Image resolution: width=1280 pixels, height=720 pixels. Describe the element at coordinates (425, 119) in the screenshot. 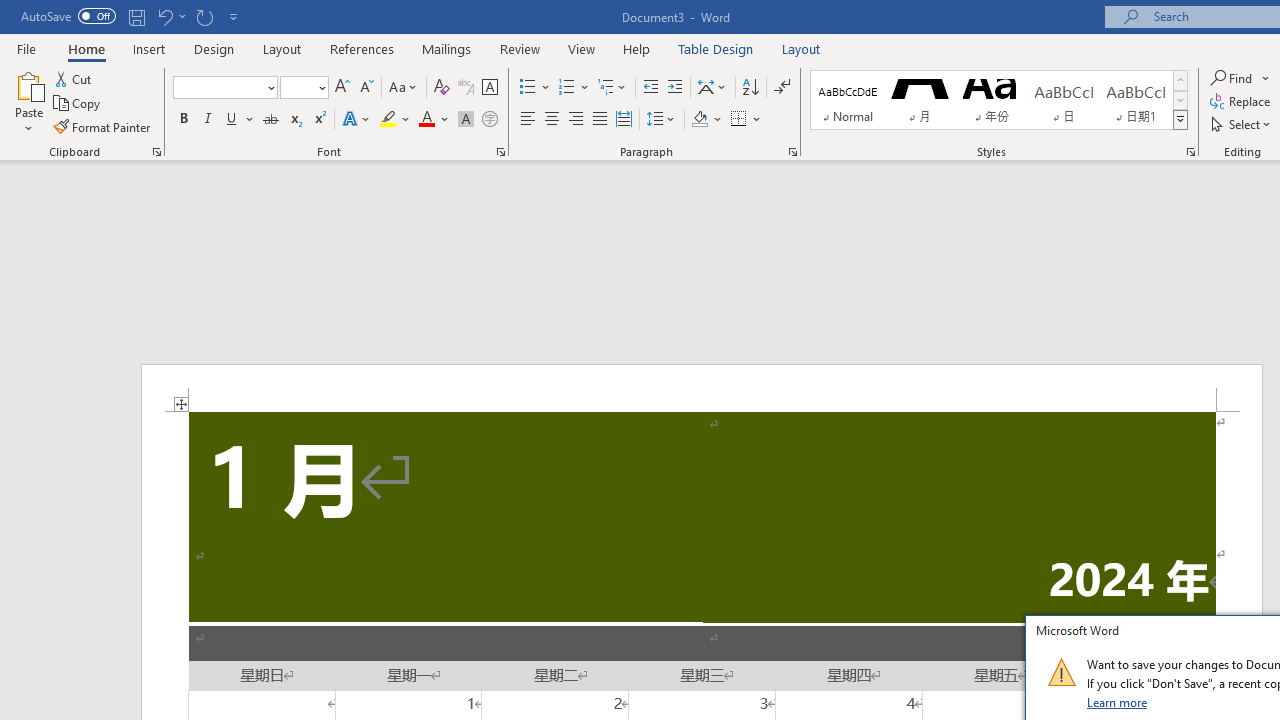

I see `'Font Color RGB(255, 0, 0)'` at that location.